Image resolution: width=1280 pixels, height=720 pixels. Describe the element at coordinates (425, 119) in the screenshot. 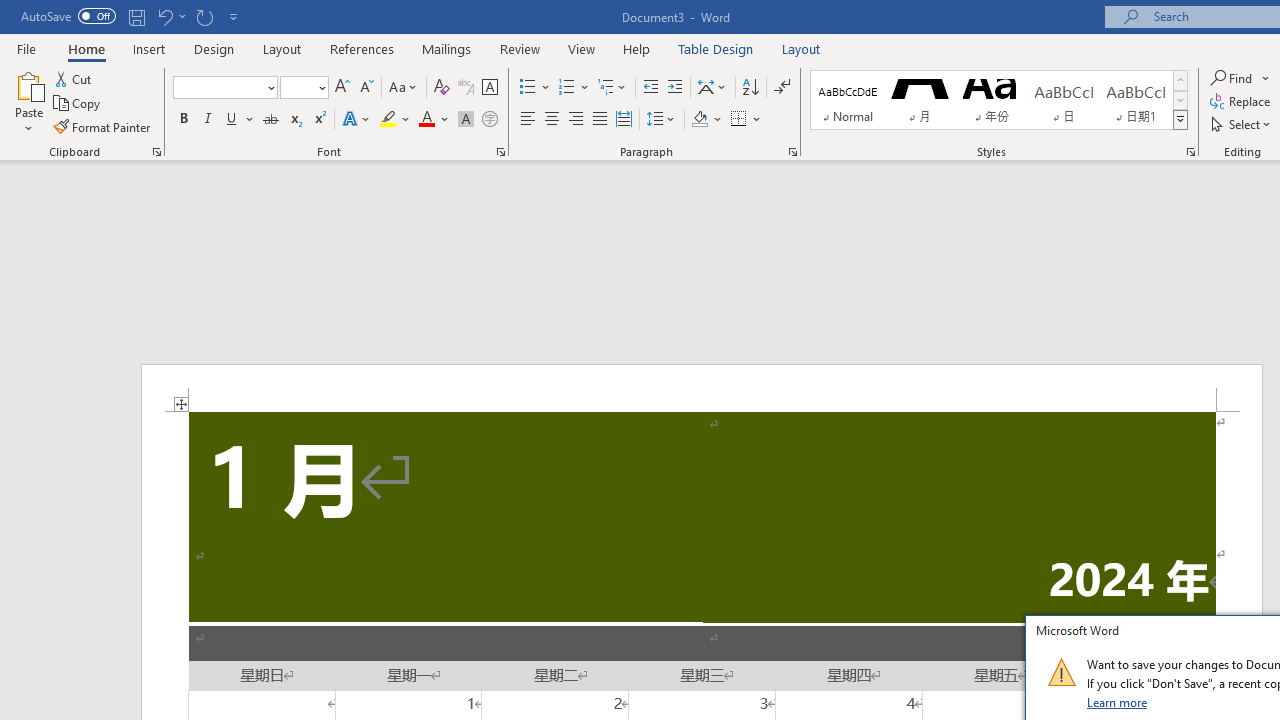

I see `'Font Color RGB(255, 0, 0)'` at that location.